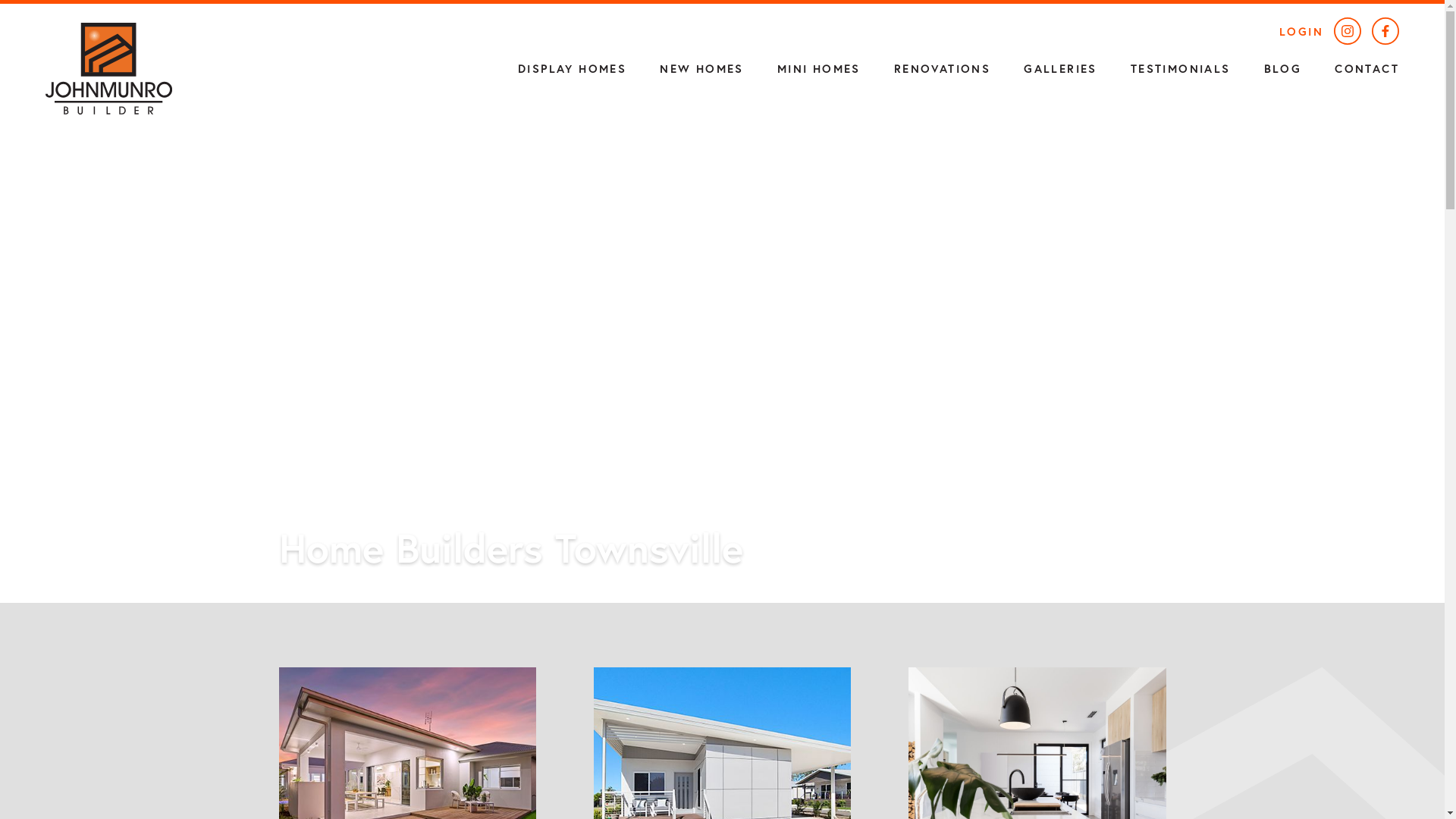  I want to click on 'BLOG', so click(1282, 67).